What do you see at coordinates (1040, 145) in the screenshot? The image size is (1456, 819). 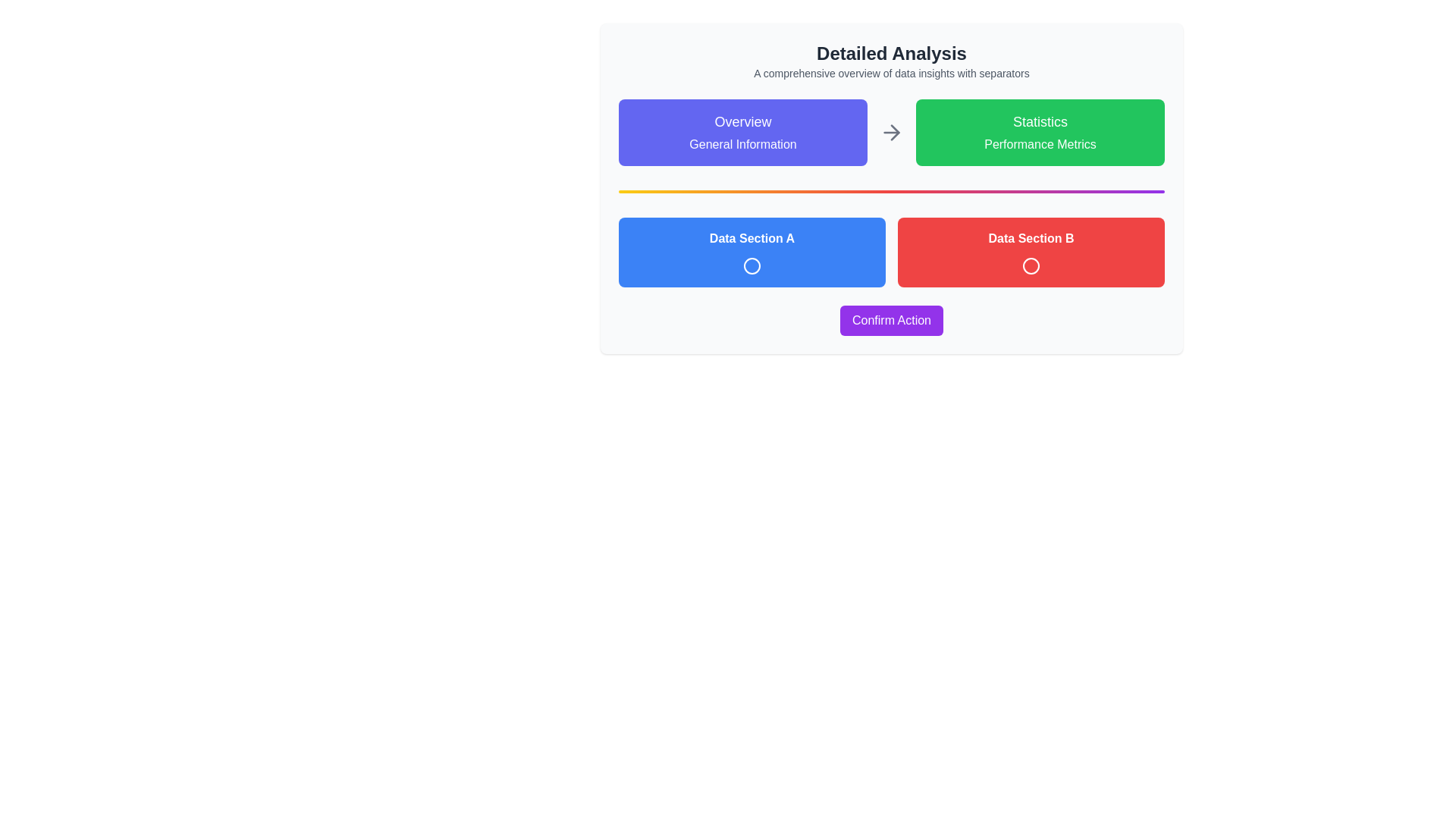 I see `the text label that provides additional information for the 'Statistics' section, positioned below the 'Statistics' label in the green rectangular section` at bounding box center [1040, 145].